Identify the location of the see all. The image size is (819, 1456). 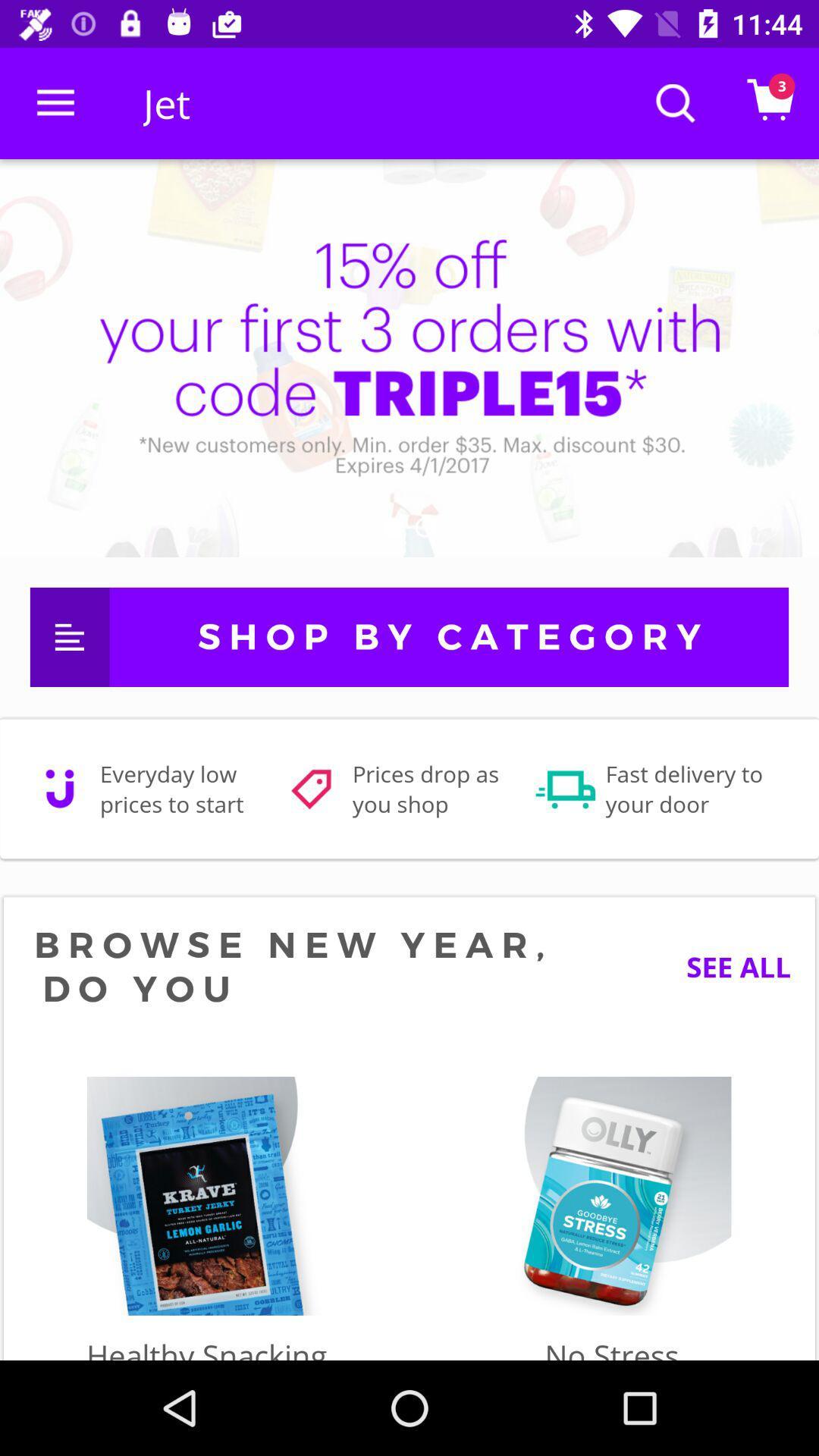
(726, 966).